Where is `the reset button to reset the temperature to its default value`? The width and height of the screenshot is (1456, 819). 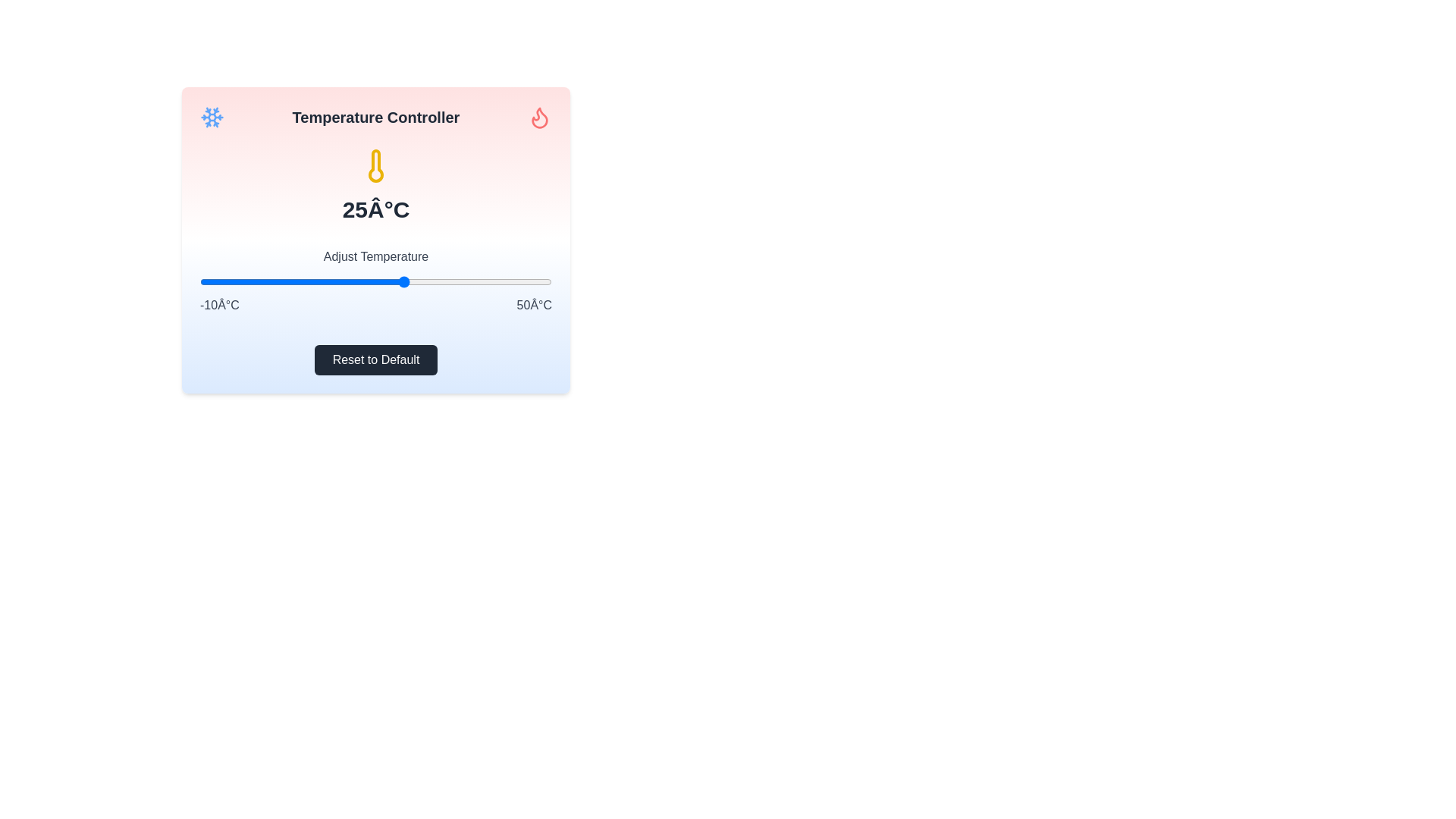 the reset button to reset the temperature to its default value is located at coordinates (375, 359).